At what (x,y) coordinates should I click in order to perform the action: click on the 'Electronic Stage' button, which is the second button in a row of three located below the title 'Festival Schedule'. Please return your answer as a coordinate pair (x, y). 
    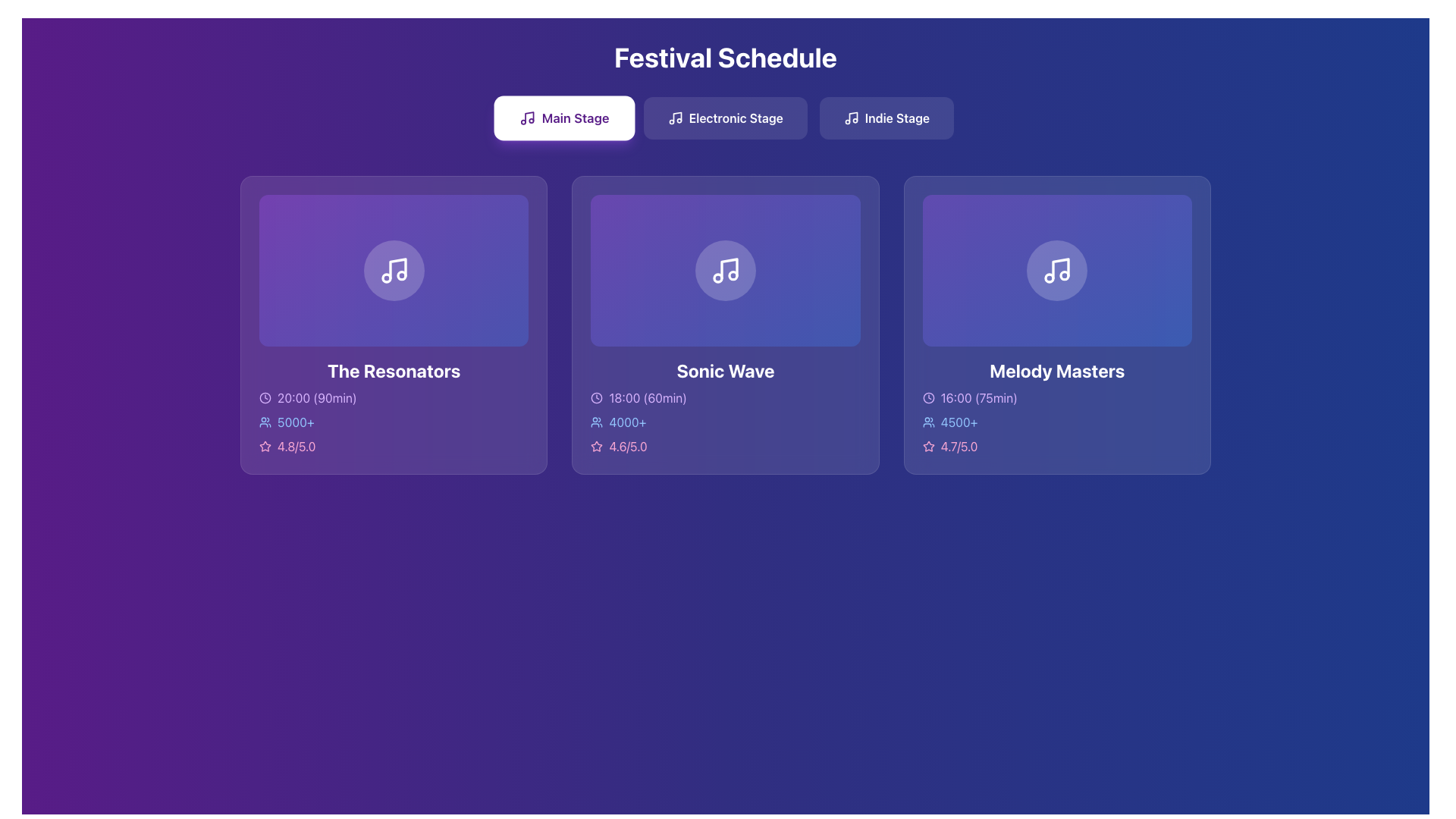
    Looking at the image, I should click on (674, 117).